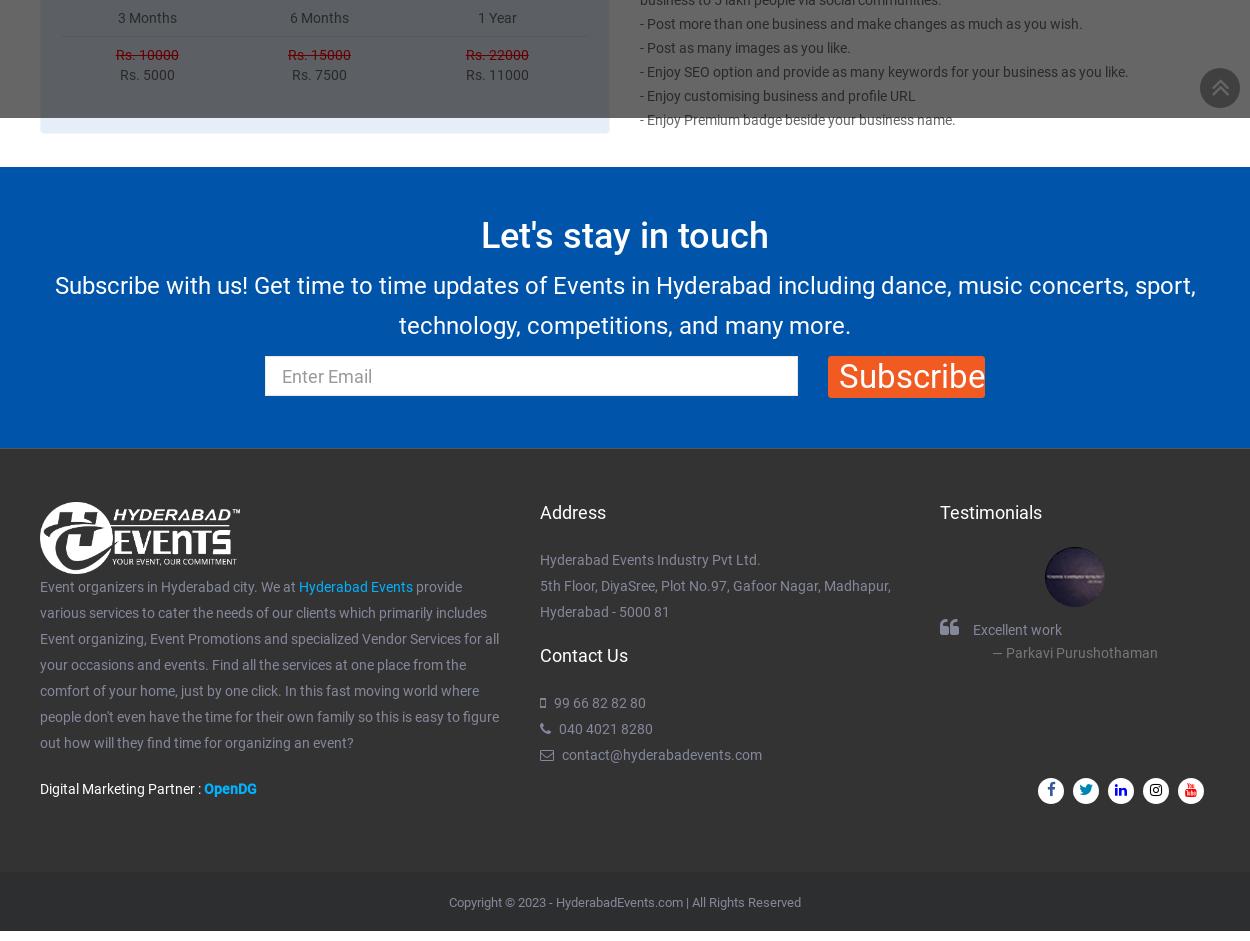 Image resolution: width=1250 pixels, height=941 pixels. I want to click on 'Let's stay in touch', so click(625, 233).